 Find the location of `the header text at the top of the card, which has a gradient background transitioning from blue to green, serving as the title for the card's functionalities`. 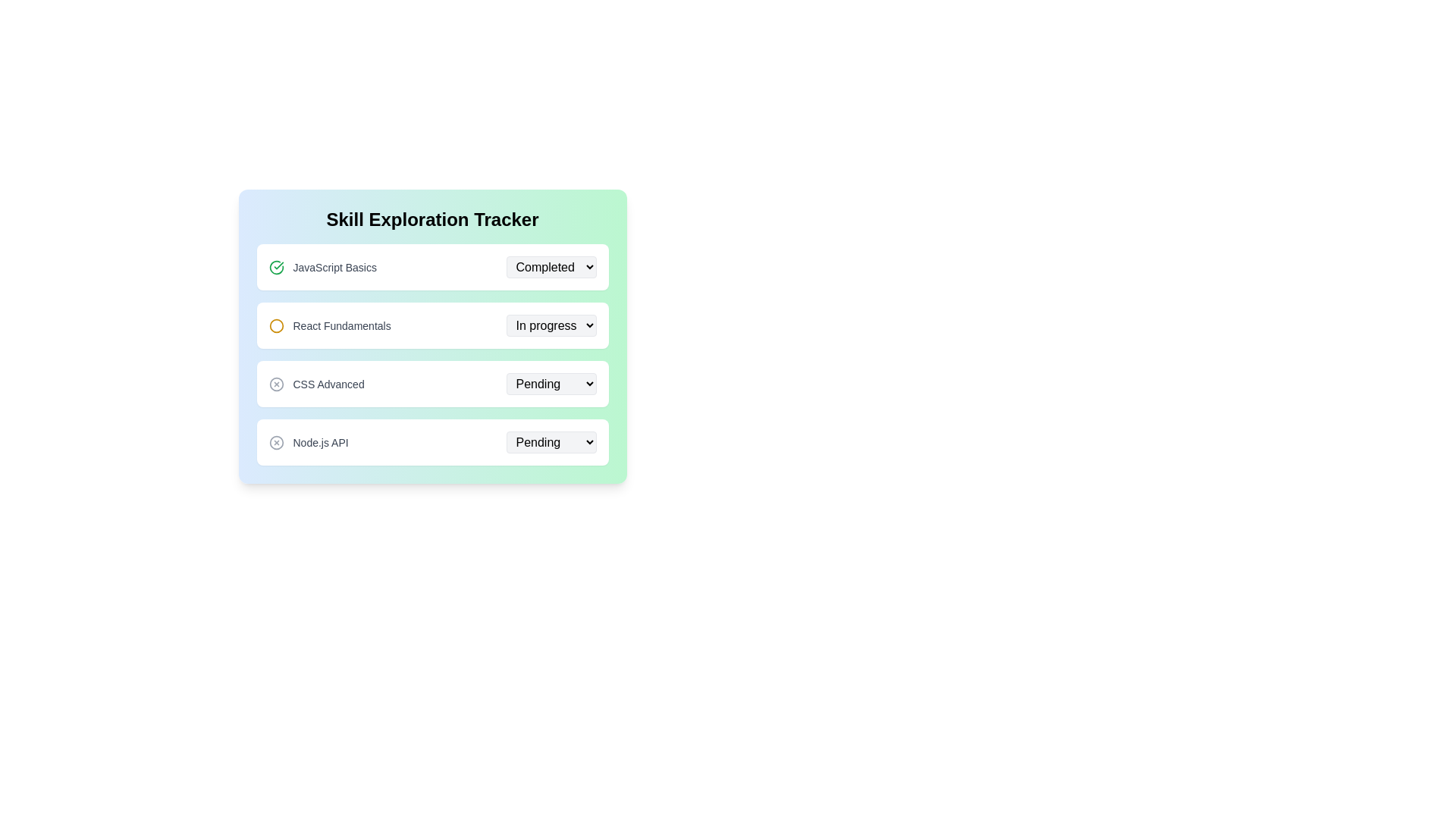

the header text at the top of the card, which has a gradient background transitioning from blue to green, serving as the title for the card's functionalities is located at coordinates (431, 219).